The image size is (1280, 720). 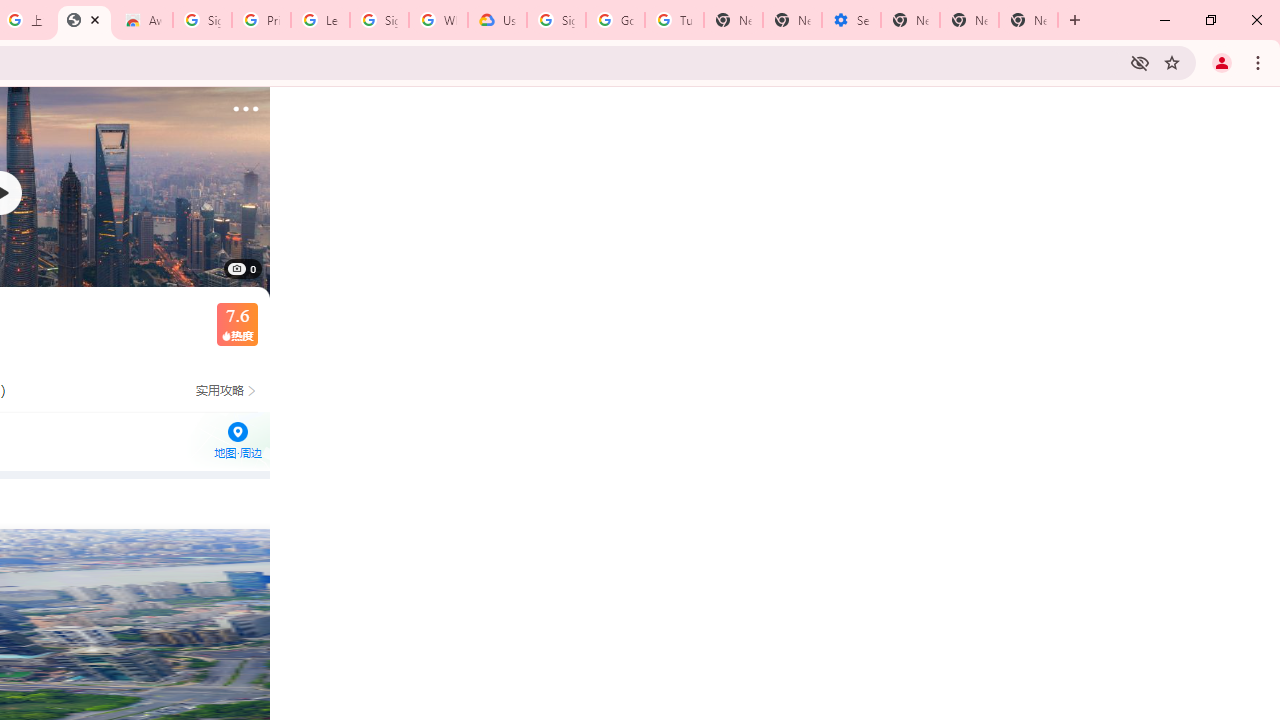 What do you see at coordinates (142, 20) in the screenshot?
I see `'Awesome Screen Recorder & Screenshot - Chrome Web Store'` at bounding box center [142, 20].